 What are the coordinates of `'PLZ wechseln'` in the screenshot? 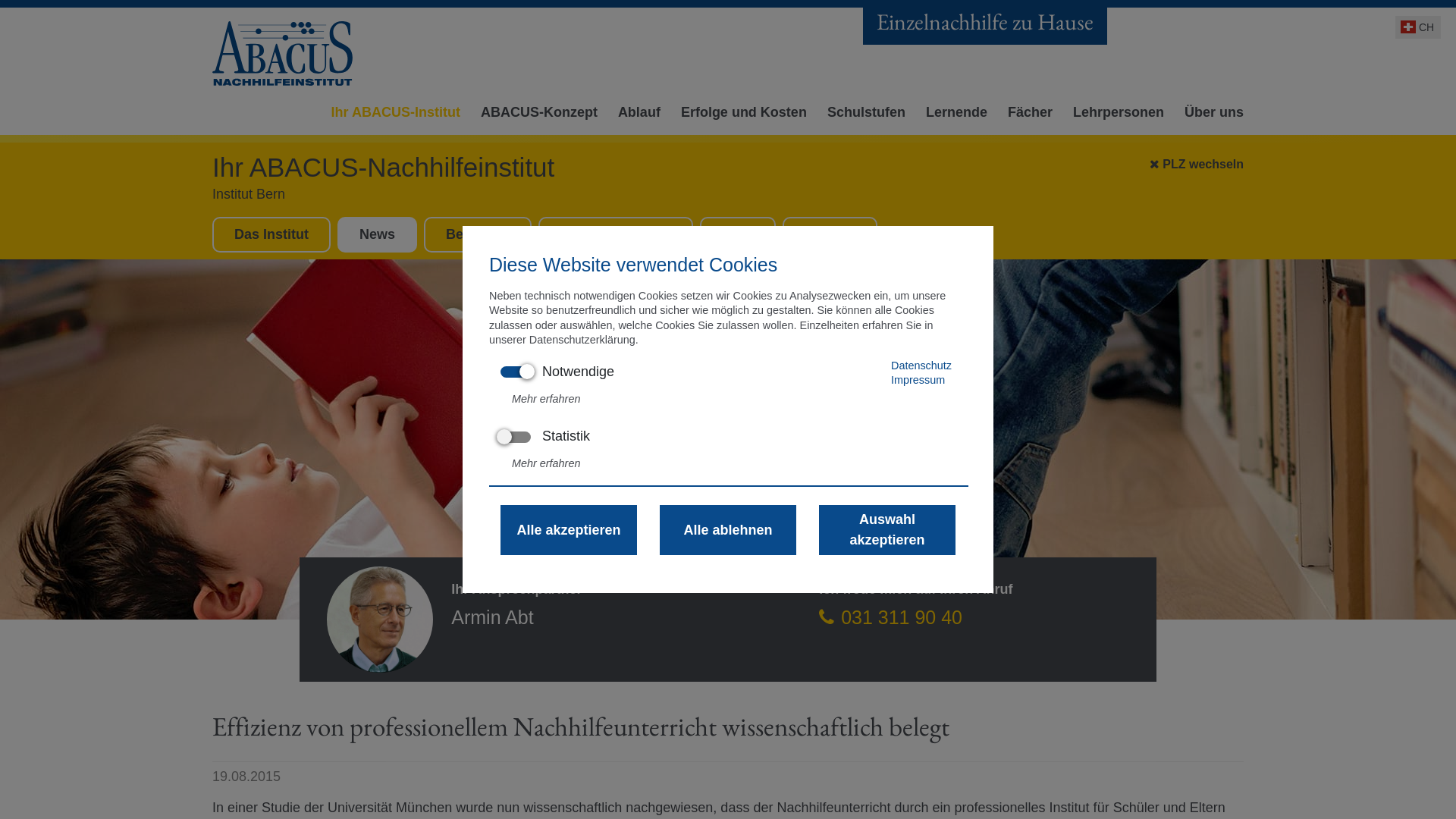 It's located at (1150, 161).